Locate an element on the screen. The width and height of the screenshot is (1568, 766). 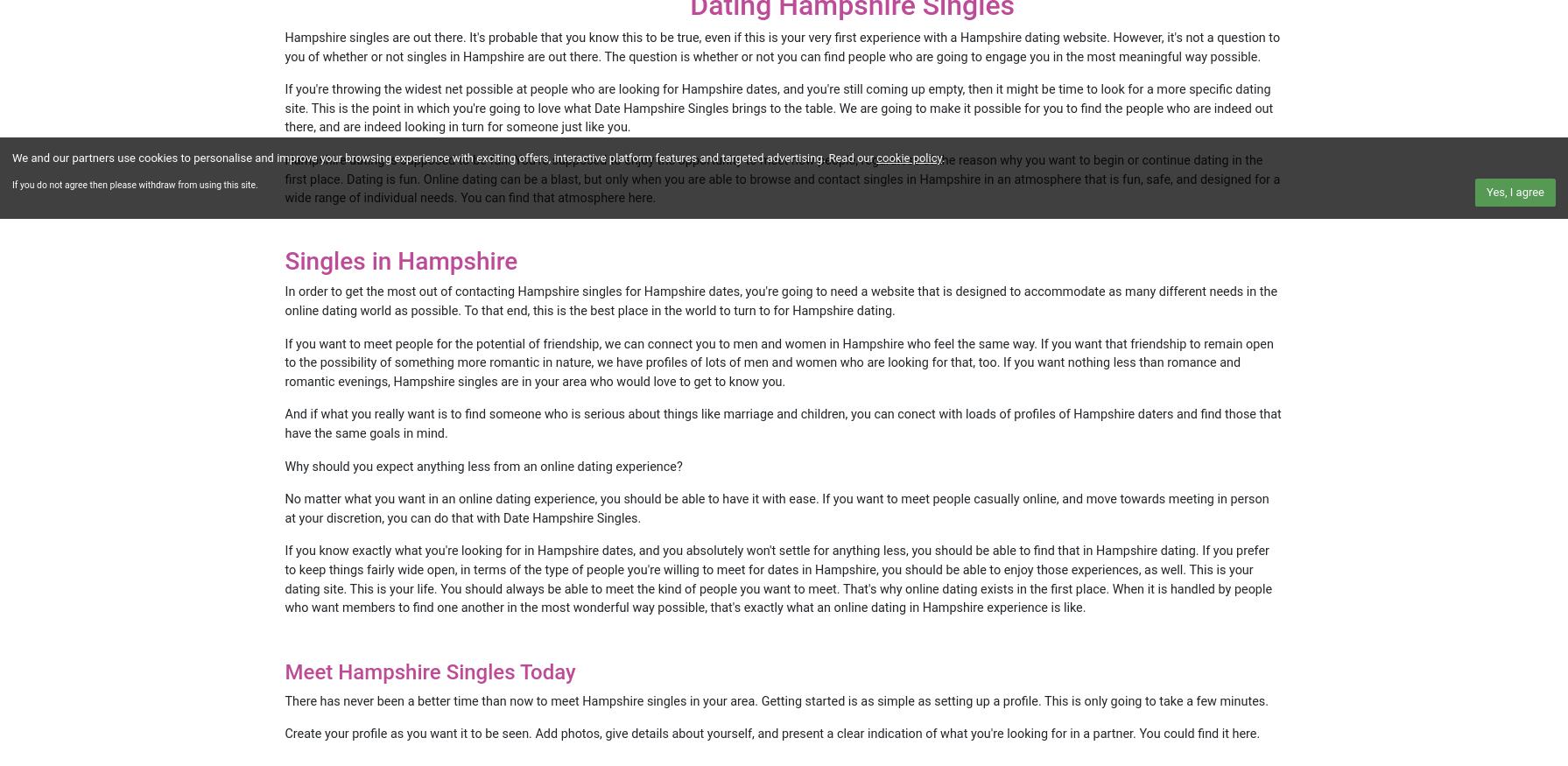
'There has never been a better time than now to meet Hampshire singles in your area. Getting started is as simple as setting up a profile. This is only going to take a few minutes.' is located at coordinates (285, 699).